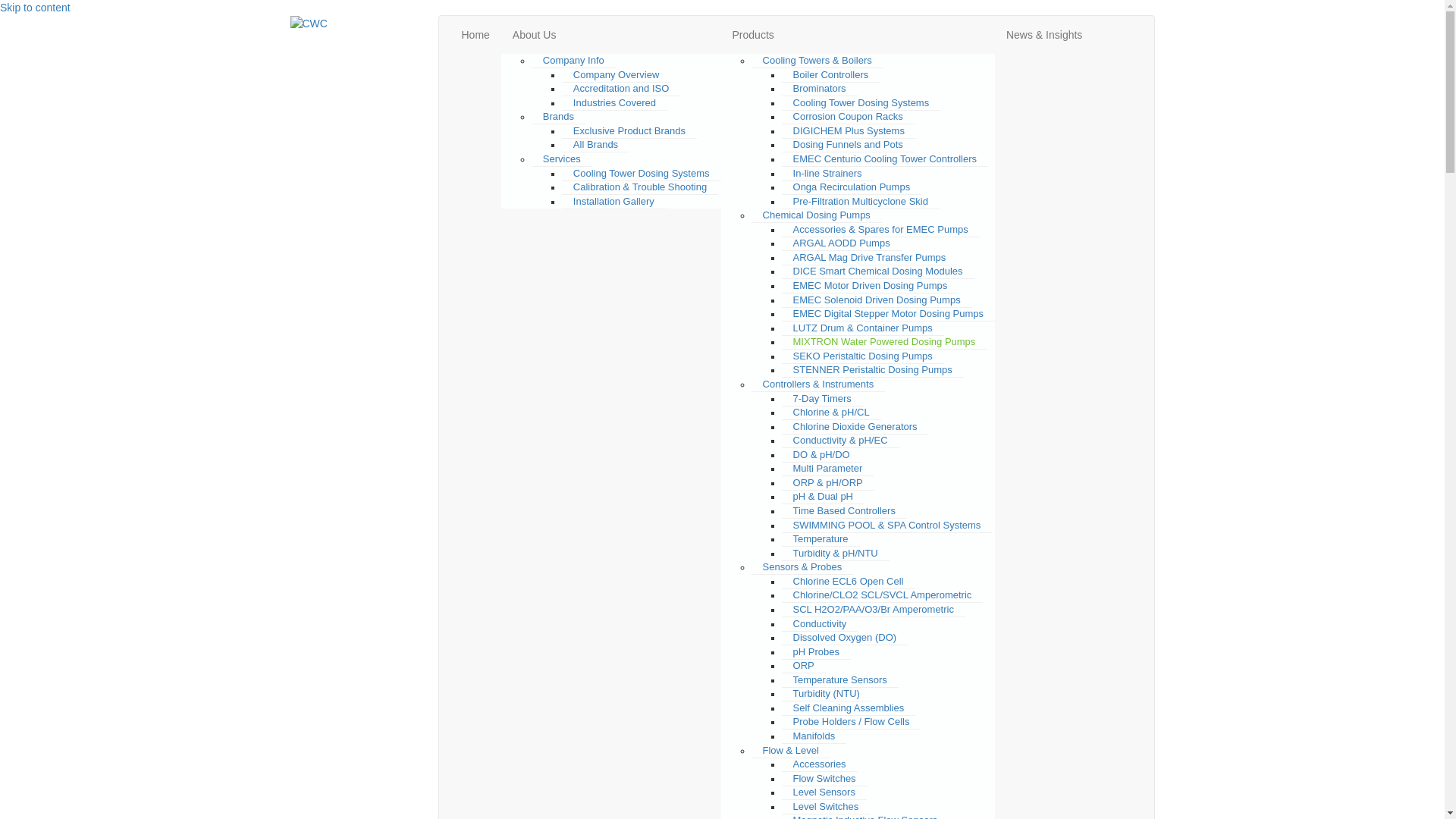  I want to click on 'Calibration & Trouble Shooting', so click(640, 186).